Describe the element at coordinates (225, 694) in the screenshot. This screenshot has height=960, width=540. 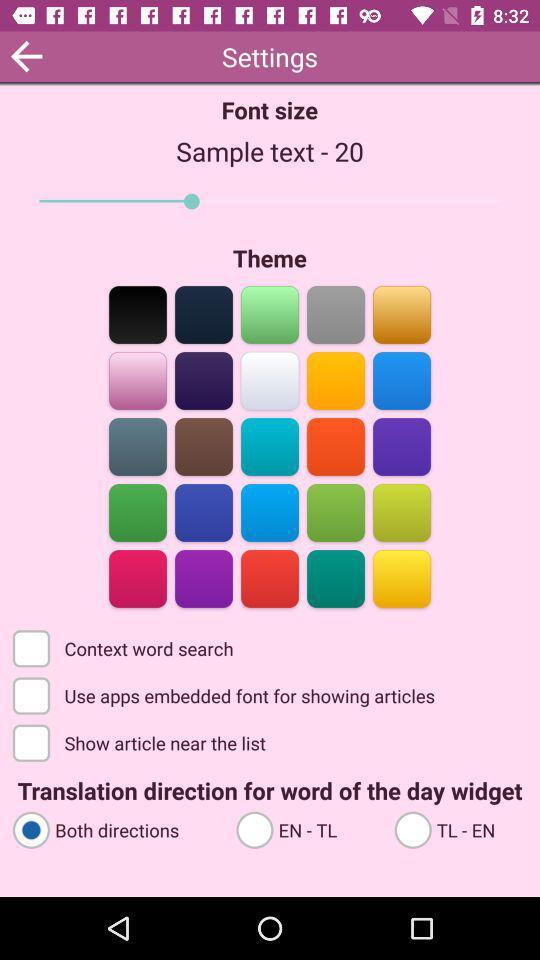
I see `item above show article near item` at that location.